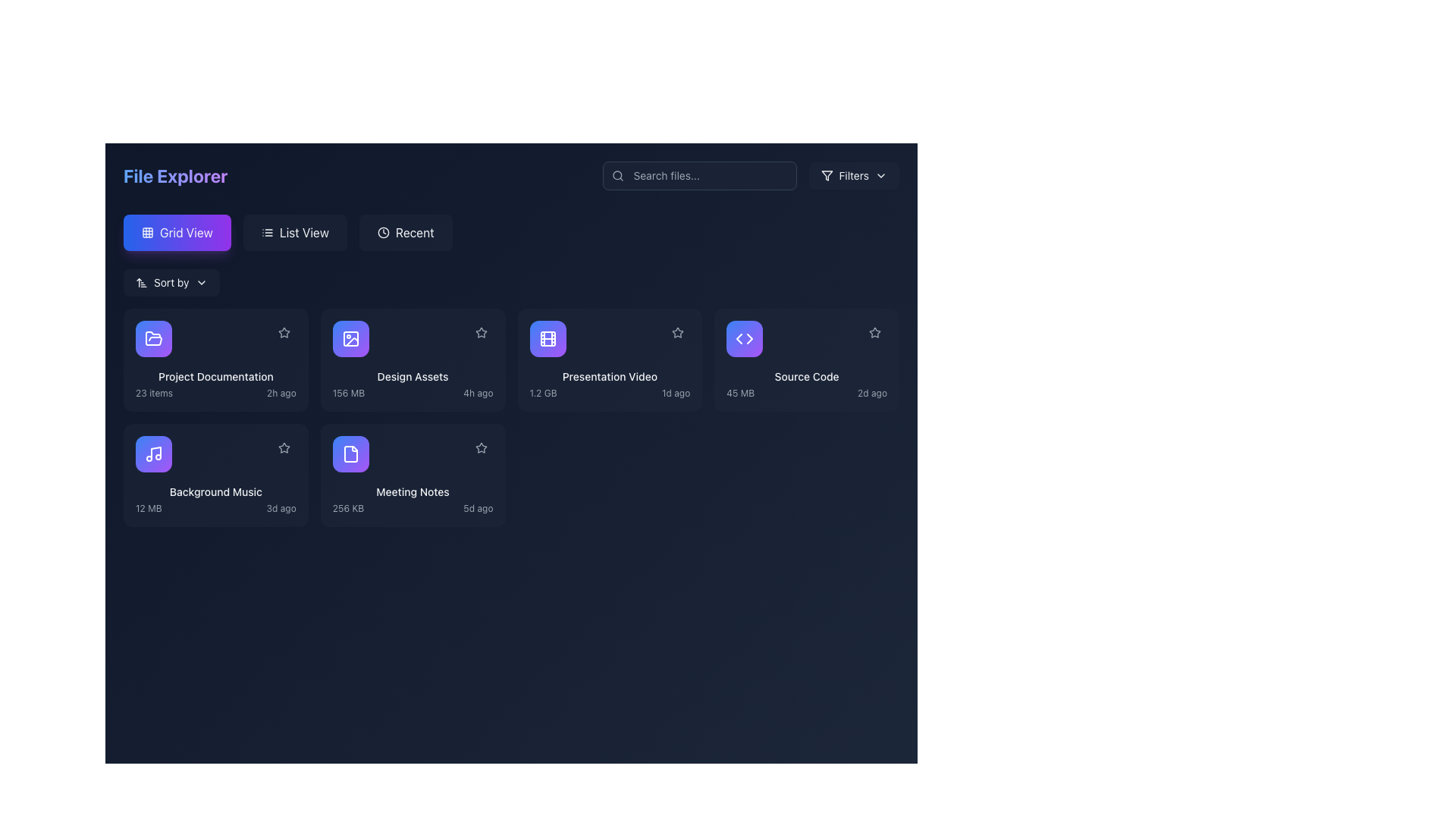 This screenshot has width=1456, height=819. I want to click on the filter icon located within the 'Filters' button group on the right of the top navigation bar, which is the first icon preceding the 'Filters' text label, so click(826, 174).